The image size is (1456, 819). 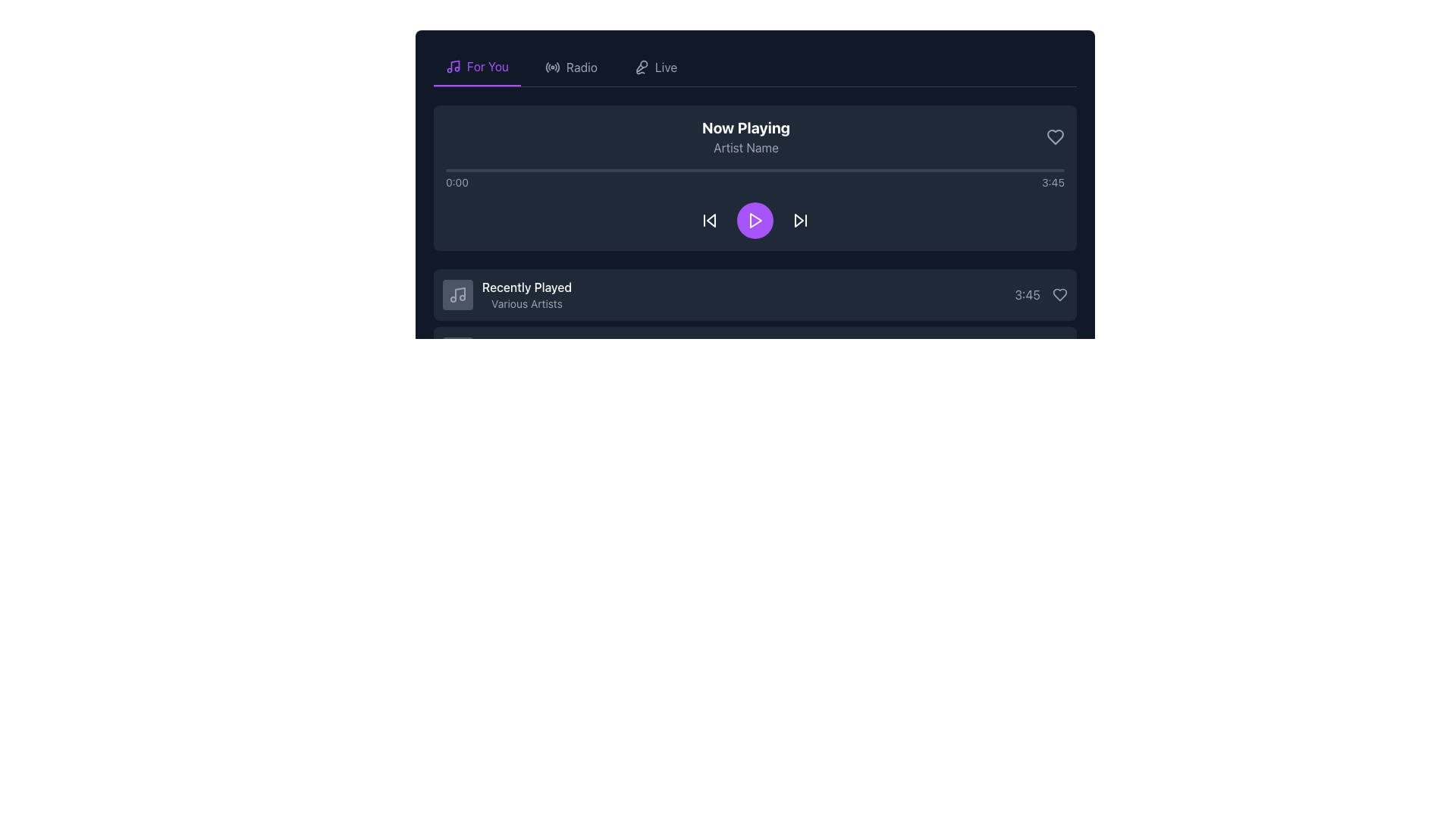 What do you see at coordinates (755, 220) in the screenshot?
I see `the Media control bar located in the 'Now Playing' section` at bounding box center [755, 220].